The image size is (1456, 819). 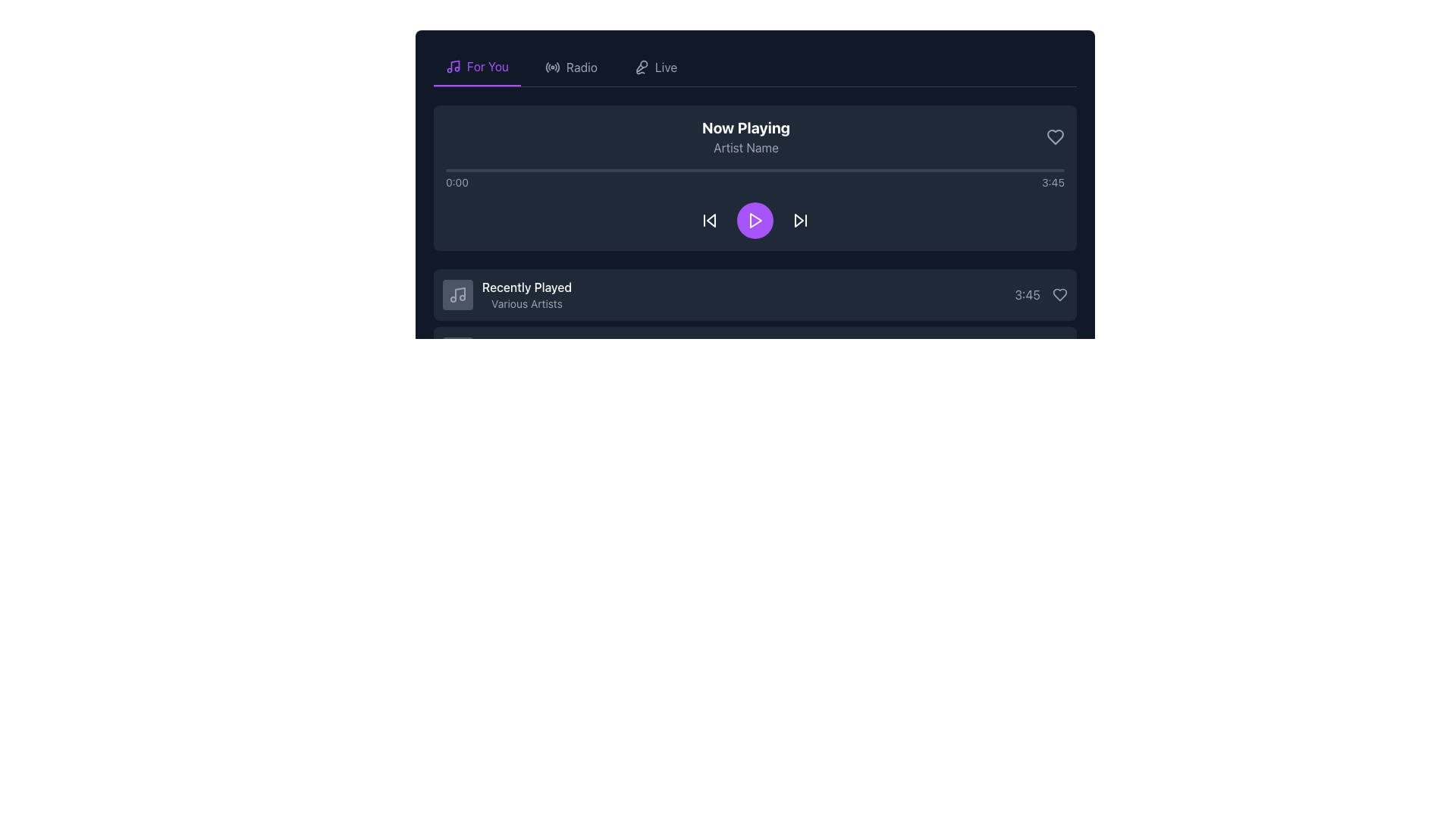 What do you see at coordinates (755, 220) in the screenshot?
I see `the Media control bar located in the 'Now Playing' section` at bounding box center [755, 220].